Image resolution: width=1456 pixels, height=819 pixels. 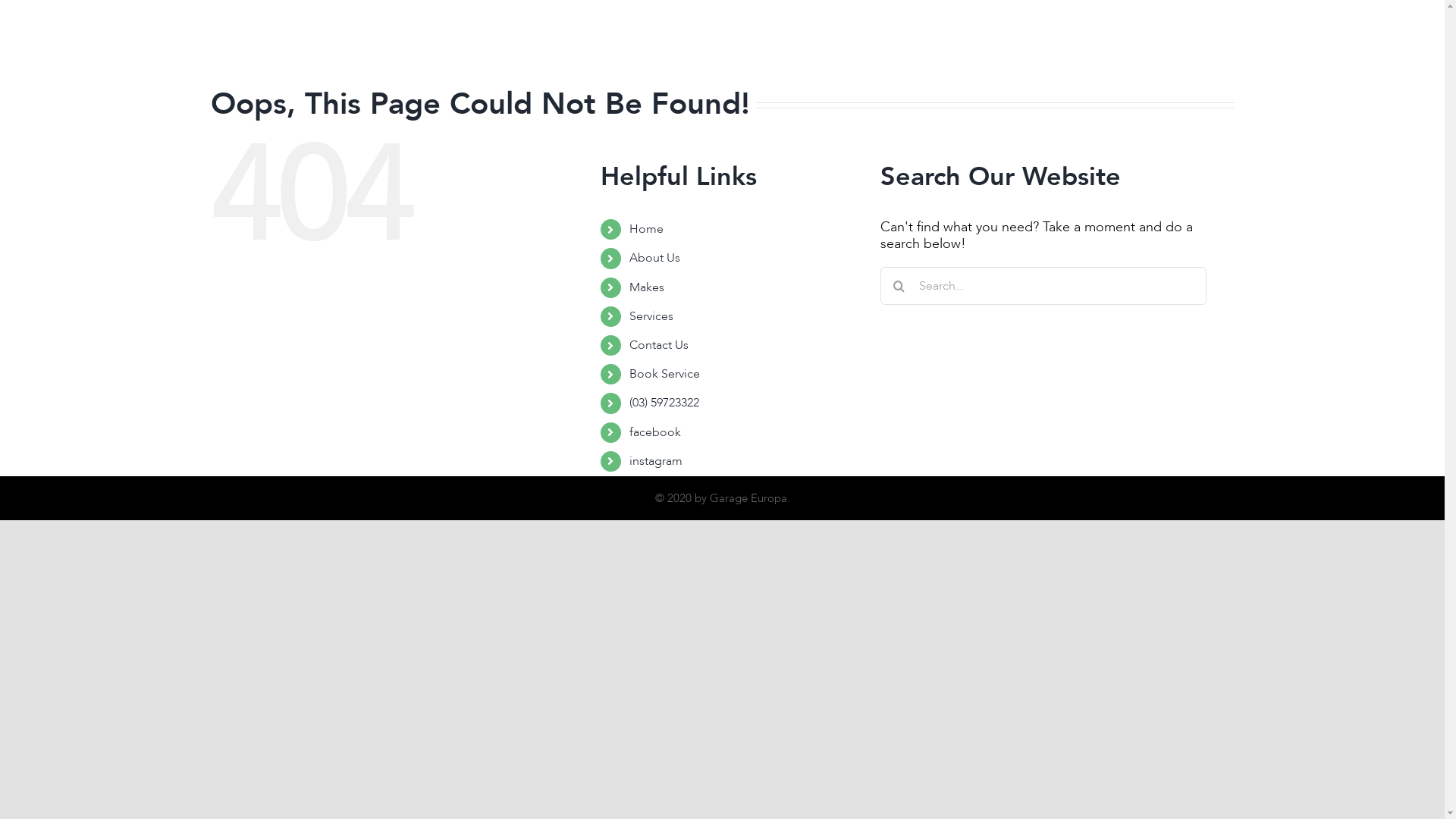 I want to click on 'Home', so click(x=610, y=38).